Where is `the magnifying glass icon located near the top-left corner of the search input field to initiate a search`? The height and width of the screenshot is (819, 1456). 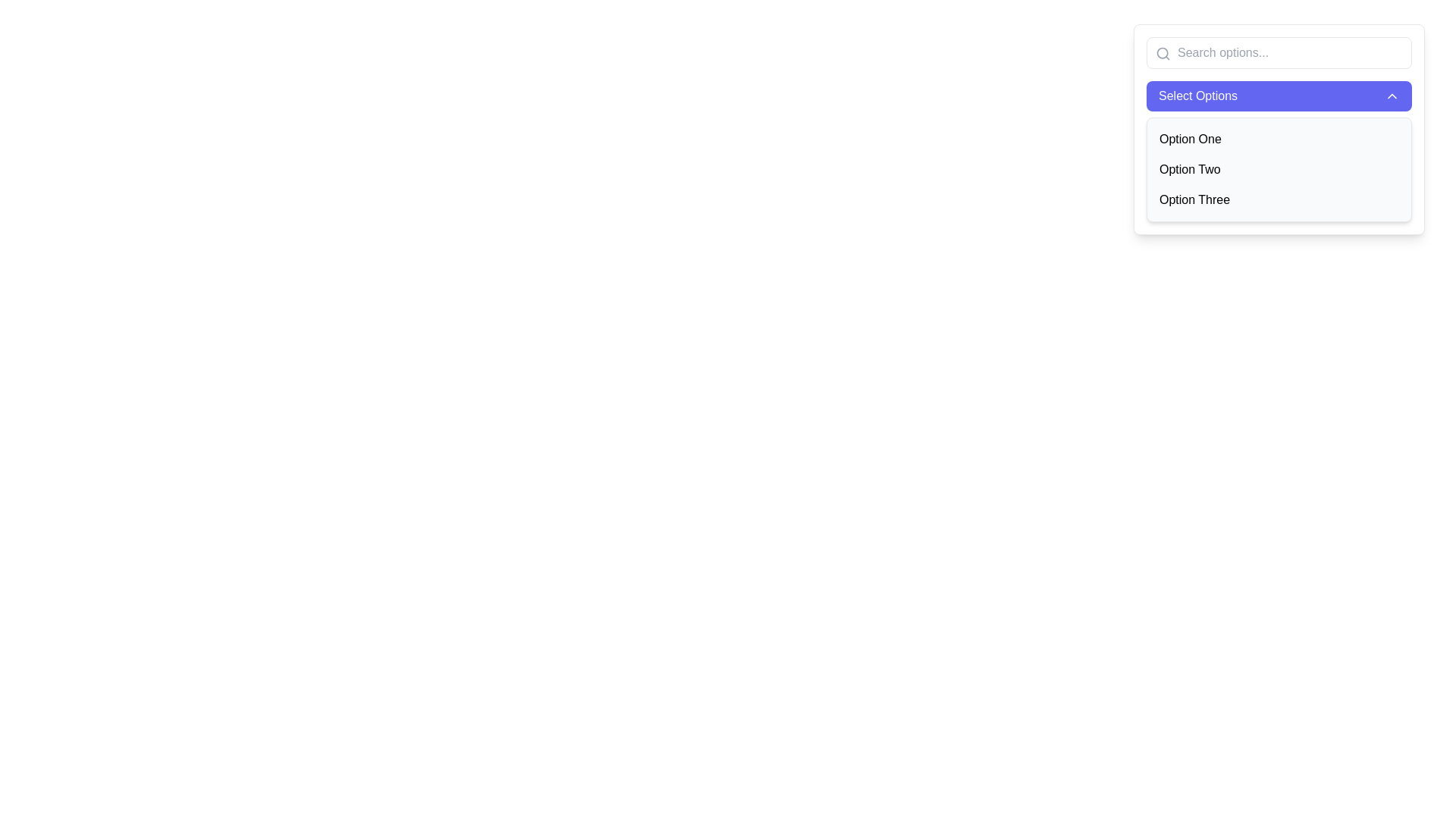
the magnifying glass icon located near the top-left corner of the search input field to initiate a search is located at coordinates (1163, 52).